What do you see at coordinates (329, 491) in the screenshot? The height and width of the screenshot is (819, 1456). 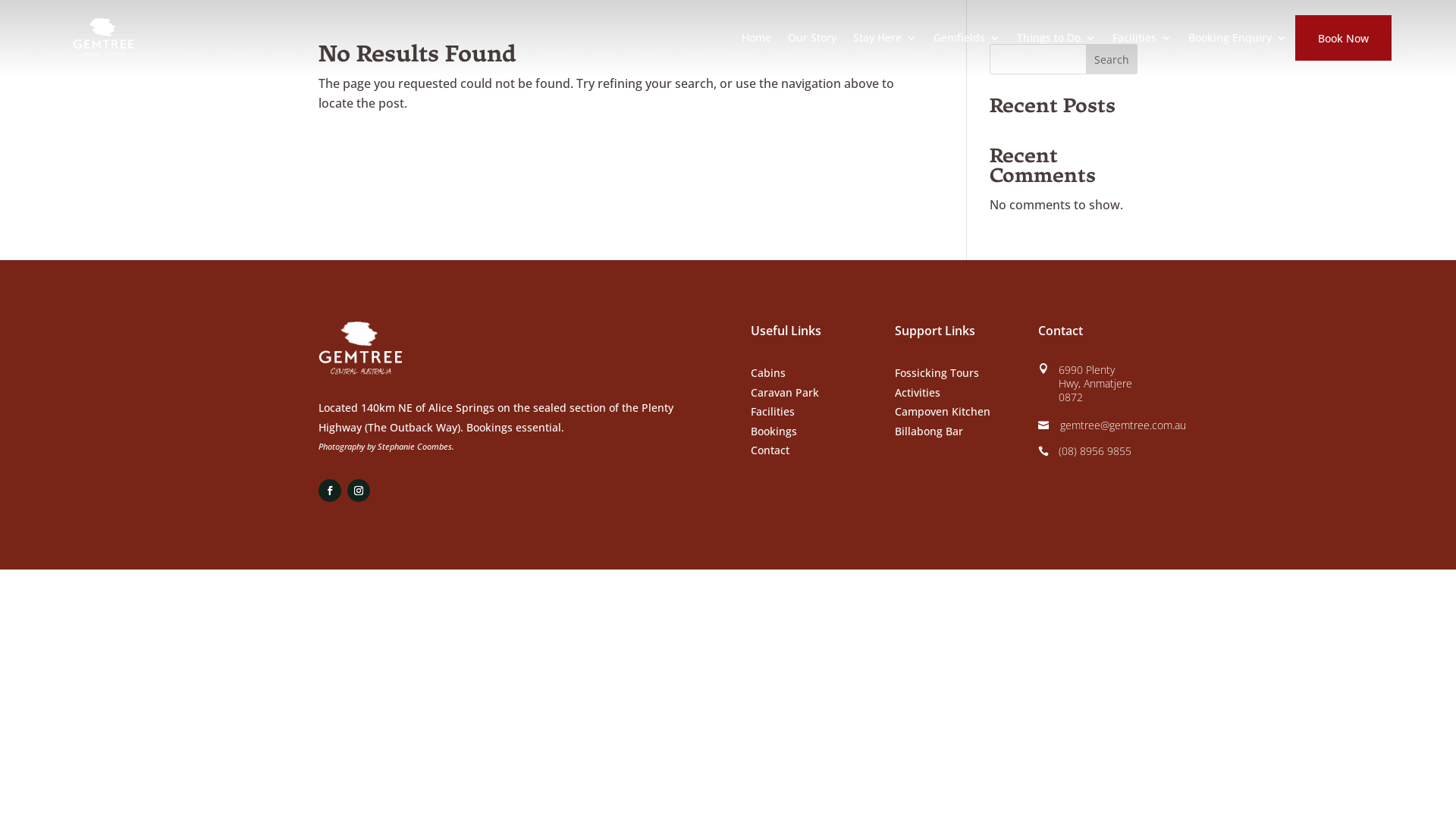 I see `'Follow on Facebook'` at bounding box center [329, 491].